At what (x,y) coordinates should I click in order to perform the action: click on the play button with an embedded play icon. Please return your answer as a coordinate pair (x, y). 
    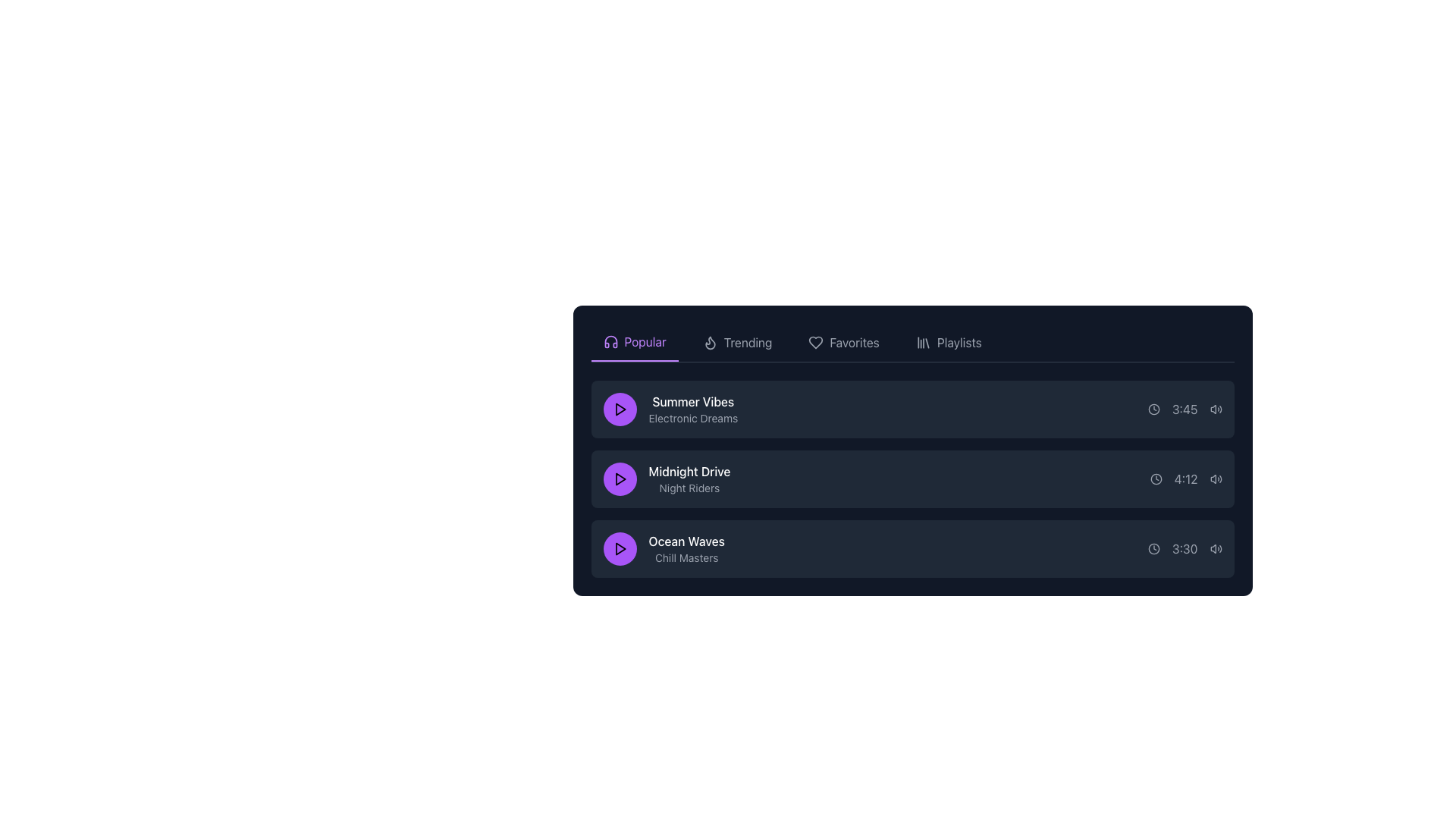
    Looking at the image, I should click on (620, 409).